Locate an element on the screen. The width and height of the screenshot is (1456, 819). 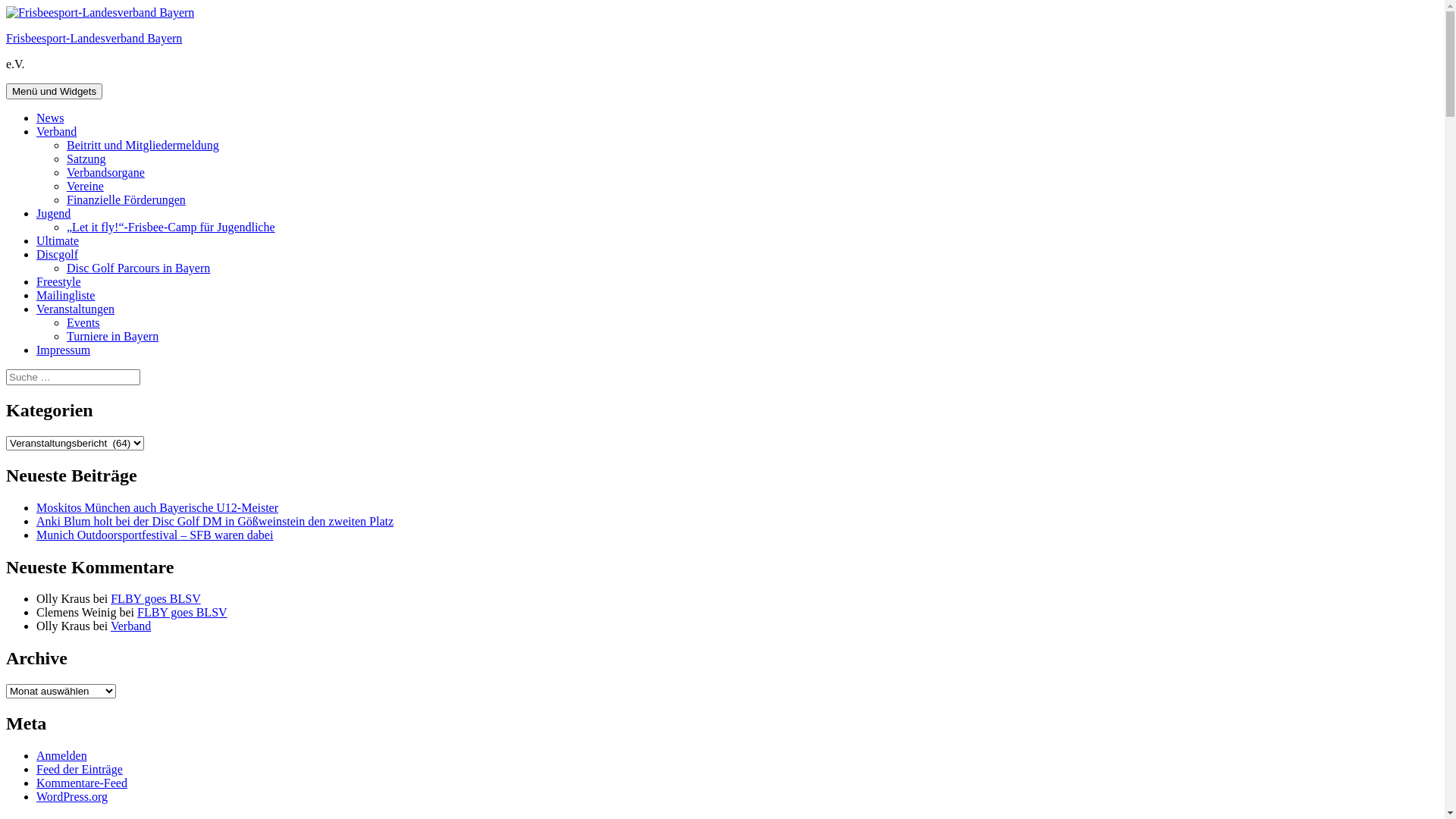
'FLBY goes BLSV' is located at coordinates (155, 598).